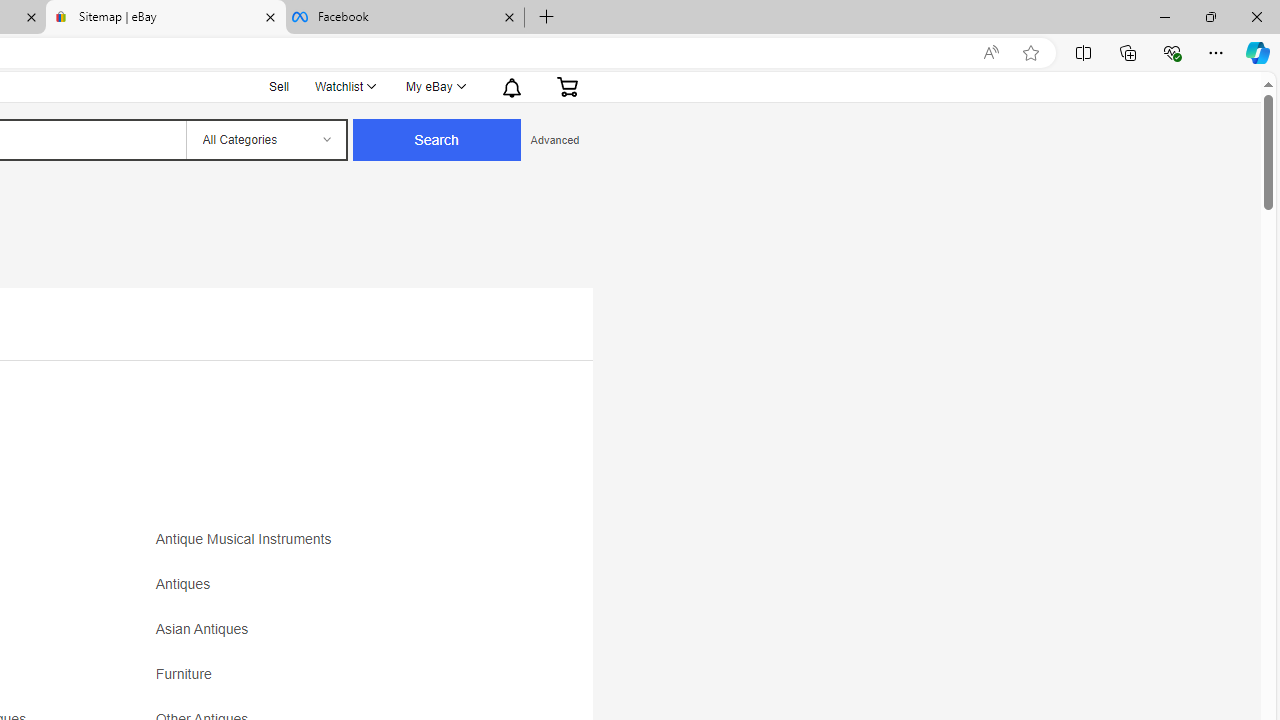 Image resolution: width=1280 pixels, height=720 pixels. I want to click on 'Search', so click(435, 139).